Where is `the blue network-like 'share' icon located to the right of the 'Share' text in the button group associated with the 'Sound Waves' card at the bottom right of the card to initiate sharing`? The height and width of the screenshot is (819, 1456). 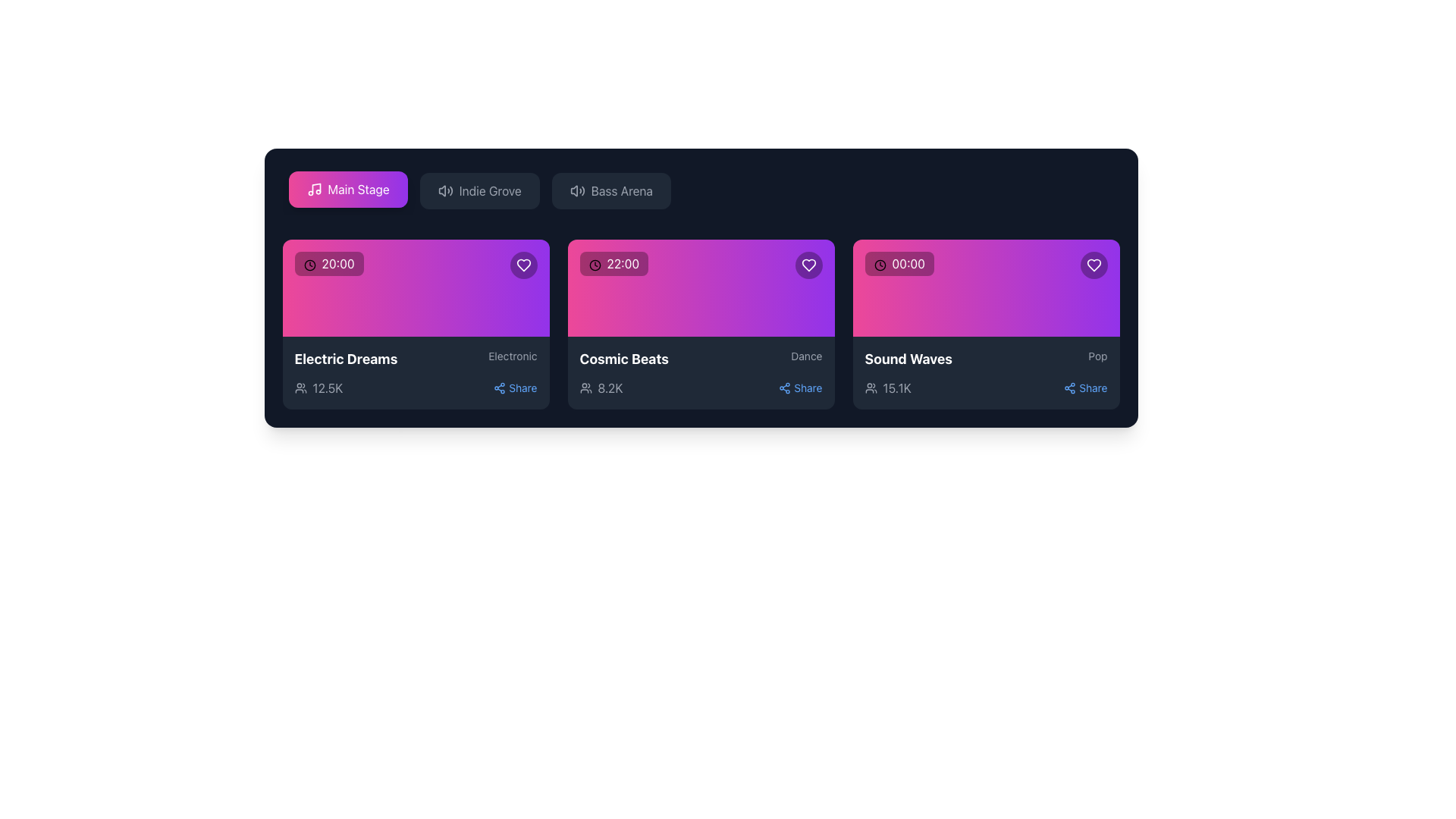
the blue network-like 'share' icon located to the right of the 'Share' text in the button group associated with the 'Sound Waves' card at the bottom right of the card to initiate sharing is located at coordinates (785, 388).